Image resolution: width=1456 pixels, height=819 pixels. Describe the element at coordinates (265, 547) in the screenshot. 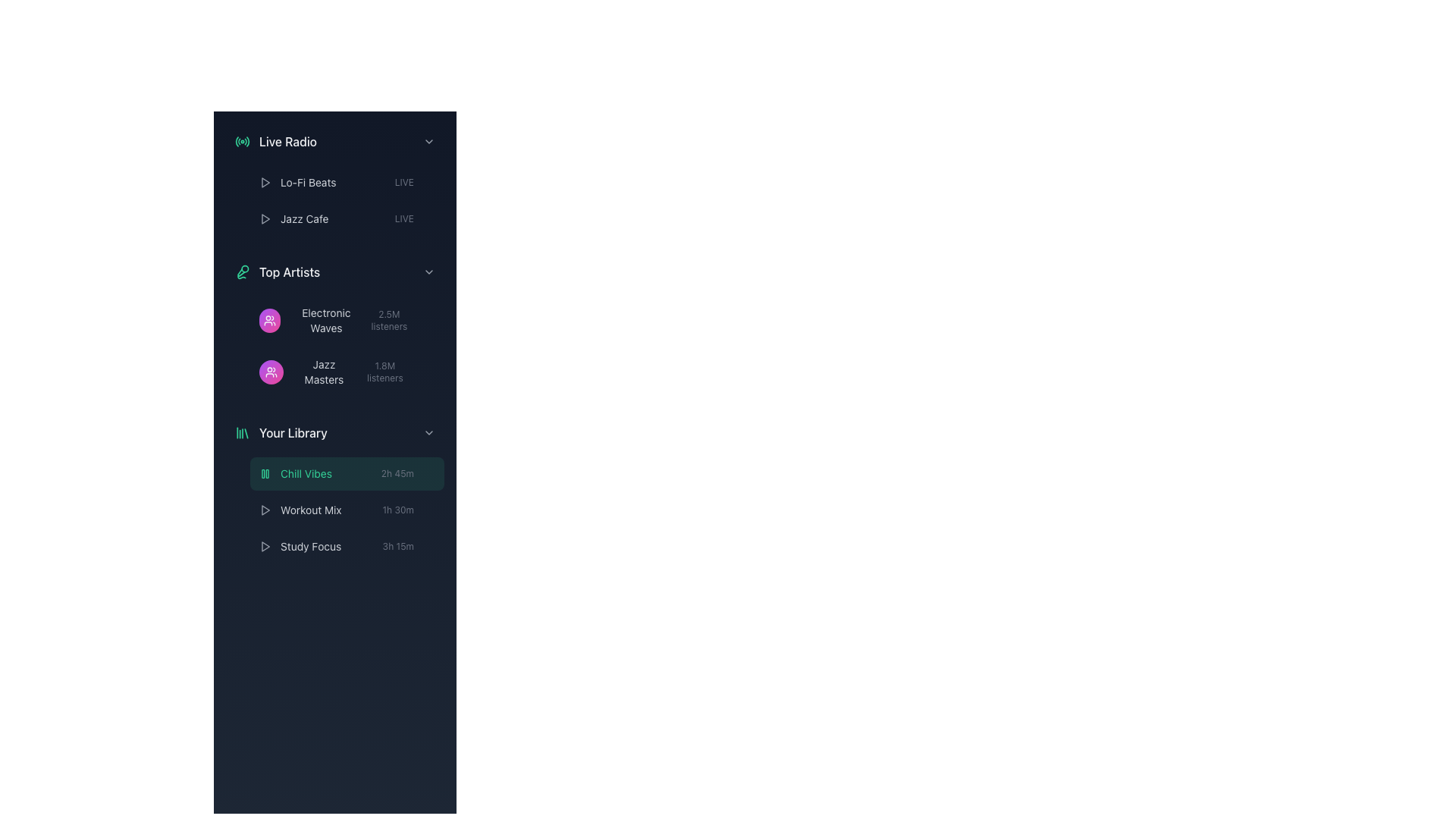

I see `the play button located in the 'Your Library' section under the 'Study Focus' item` at that location.